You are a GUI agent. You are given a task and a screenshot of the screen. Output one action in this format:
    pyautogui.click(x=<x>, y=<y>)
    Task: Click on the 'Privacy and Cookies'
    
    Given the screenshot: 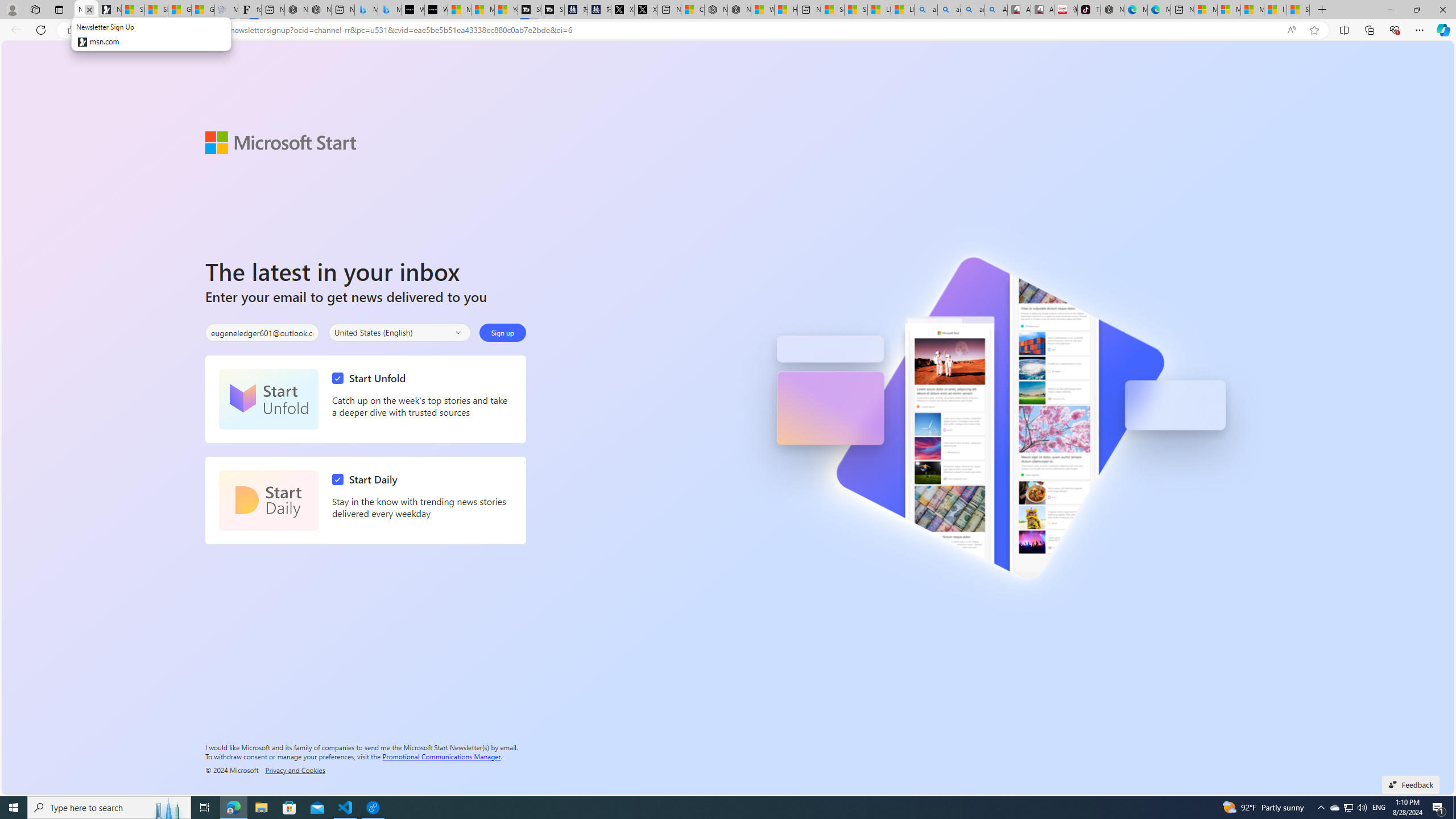 What is the action you would take?
    pyautogui.click(x=294, y=769)
    